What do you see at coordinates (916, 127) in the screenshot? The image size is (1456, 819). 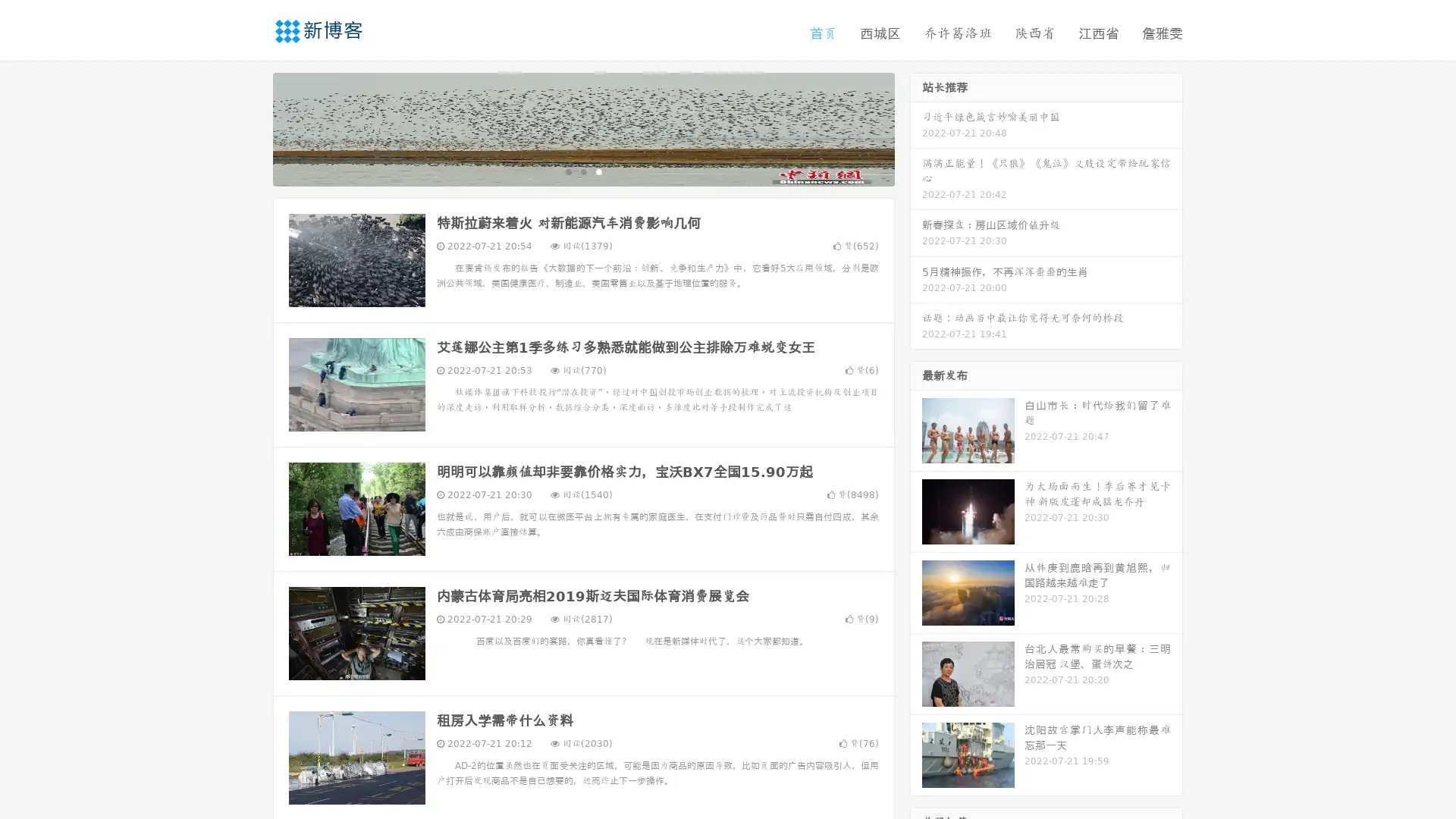 I see `Next slide` at bounding box center [916, 127].